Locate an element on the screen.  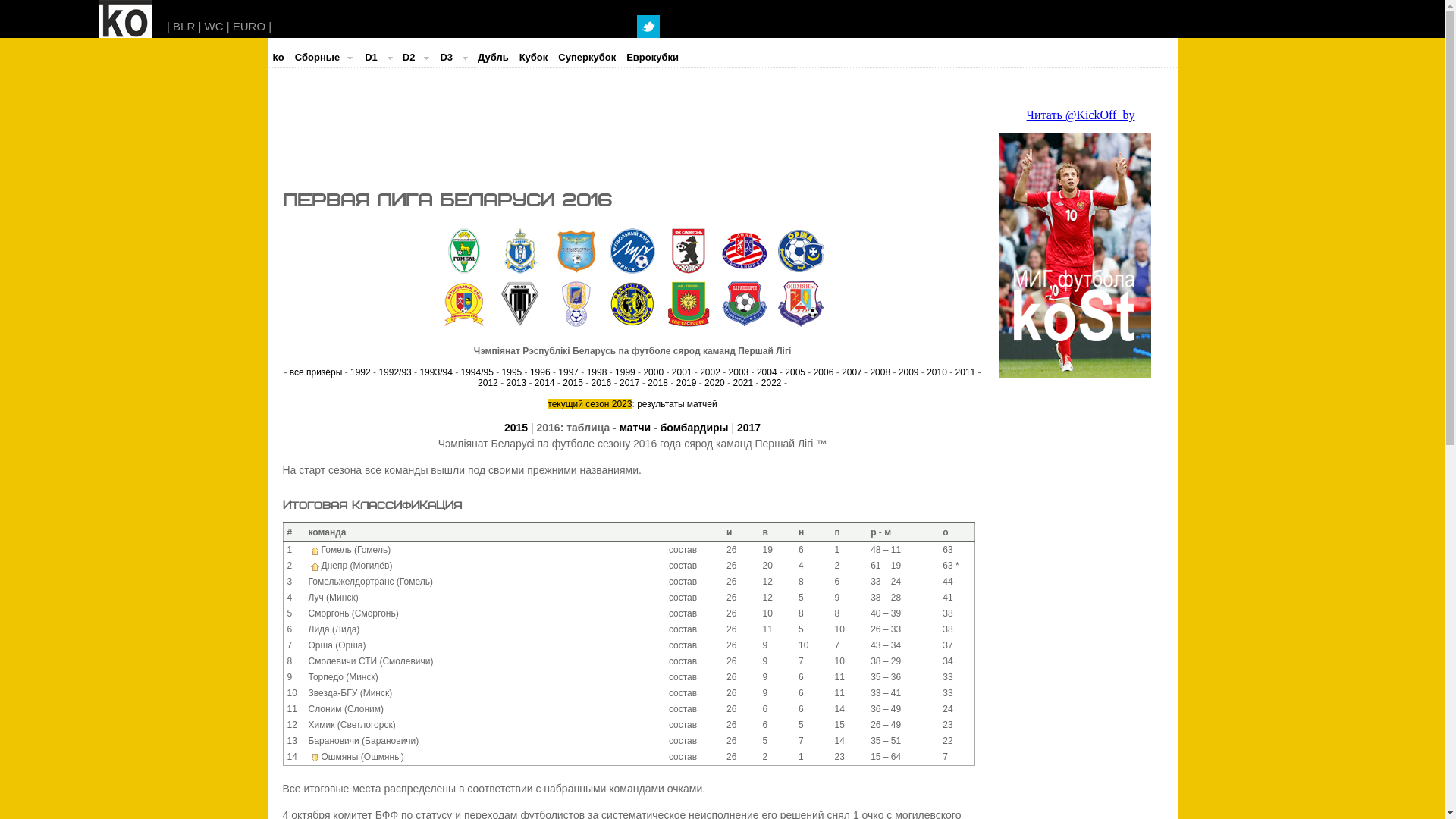
'2004' is located at coordinates (767, 372).